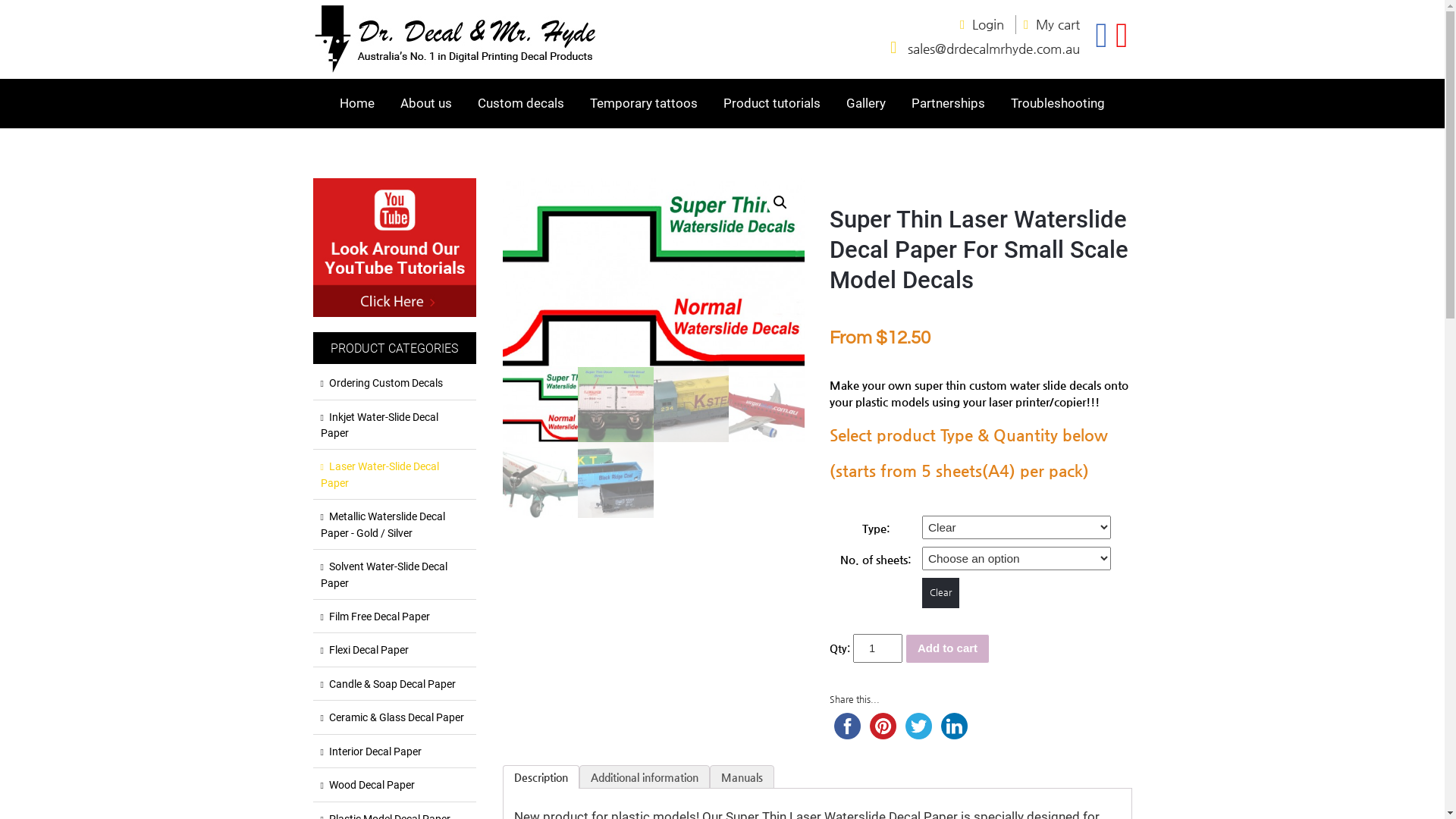 This screenshot has width=1456, height=819. I want to click on 'Product tutorials', so click(771, 102).